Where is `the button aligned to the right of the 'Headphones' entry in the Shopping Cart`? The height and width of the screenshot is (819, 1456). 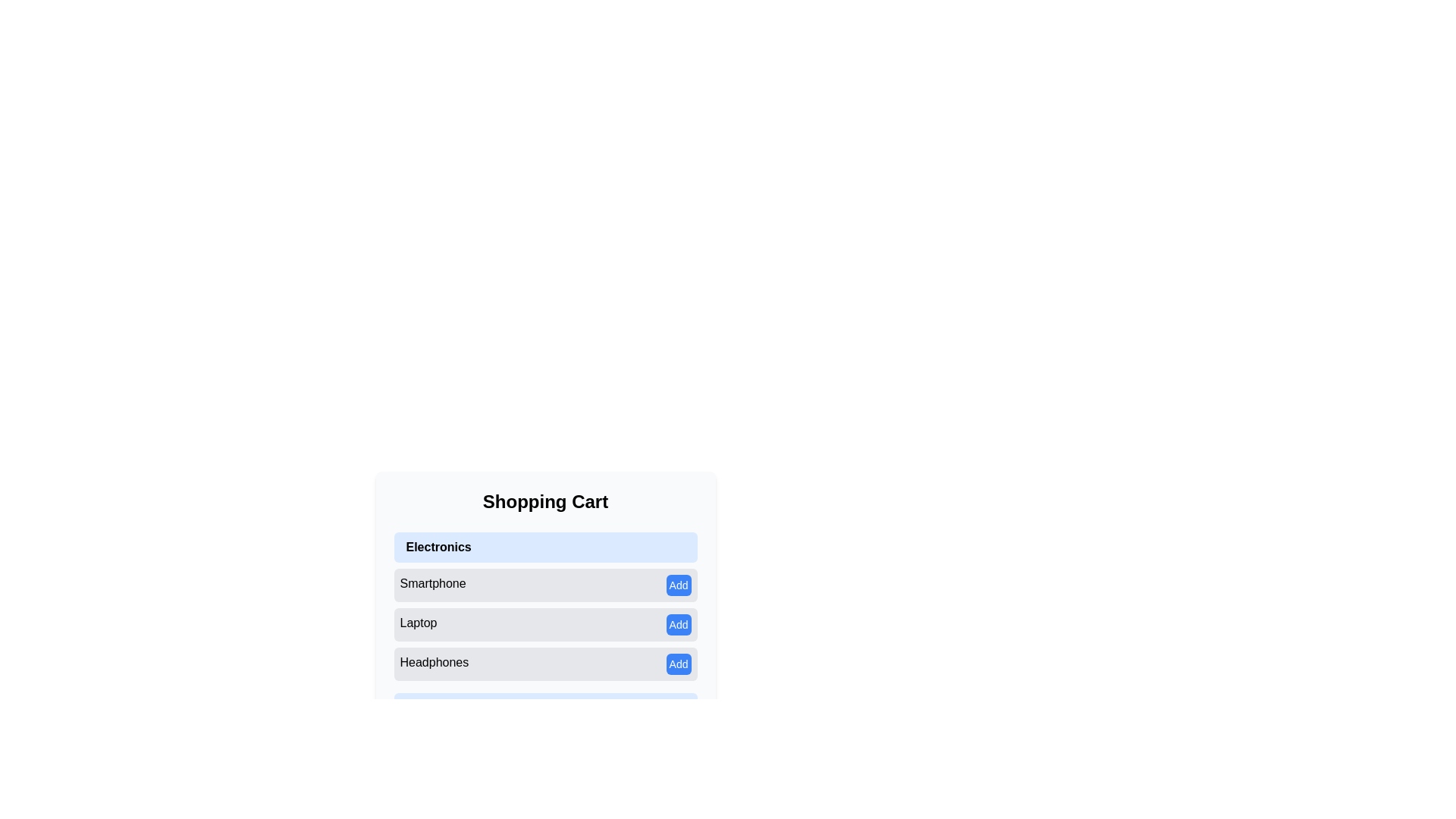
the button aligned to the right of the 'Headphones' entry in the Shopping Cart is located at coordinates (678, 663).